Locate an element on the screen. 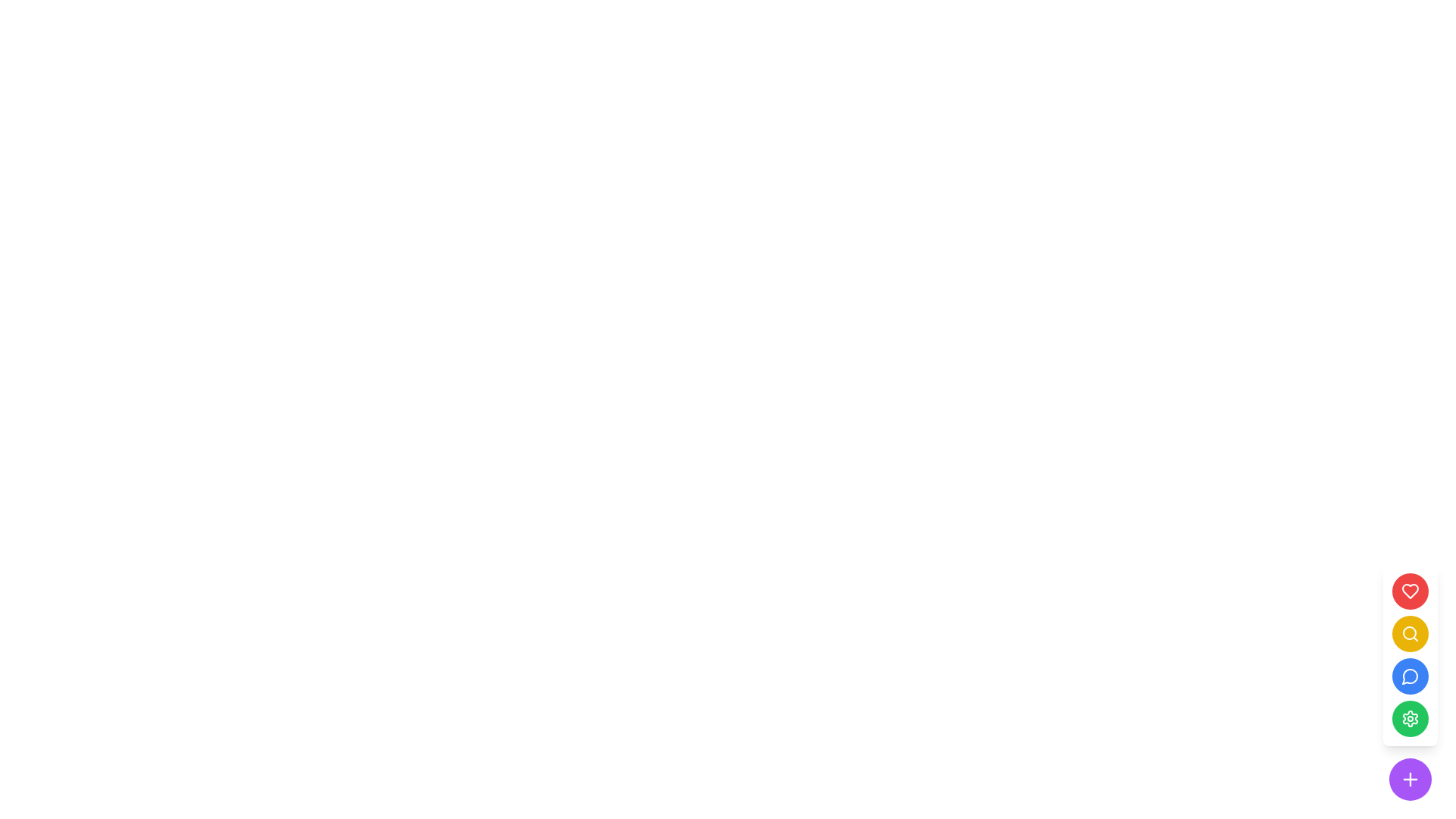 The image size is (1456, 819). the magnifying glass icon button located in the vertical button bar on the right side of the interface is located at coordinates (1410, 634).